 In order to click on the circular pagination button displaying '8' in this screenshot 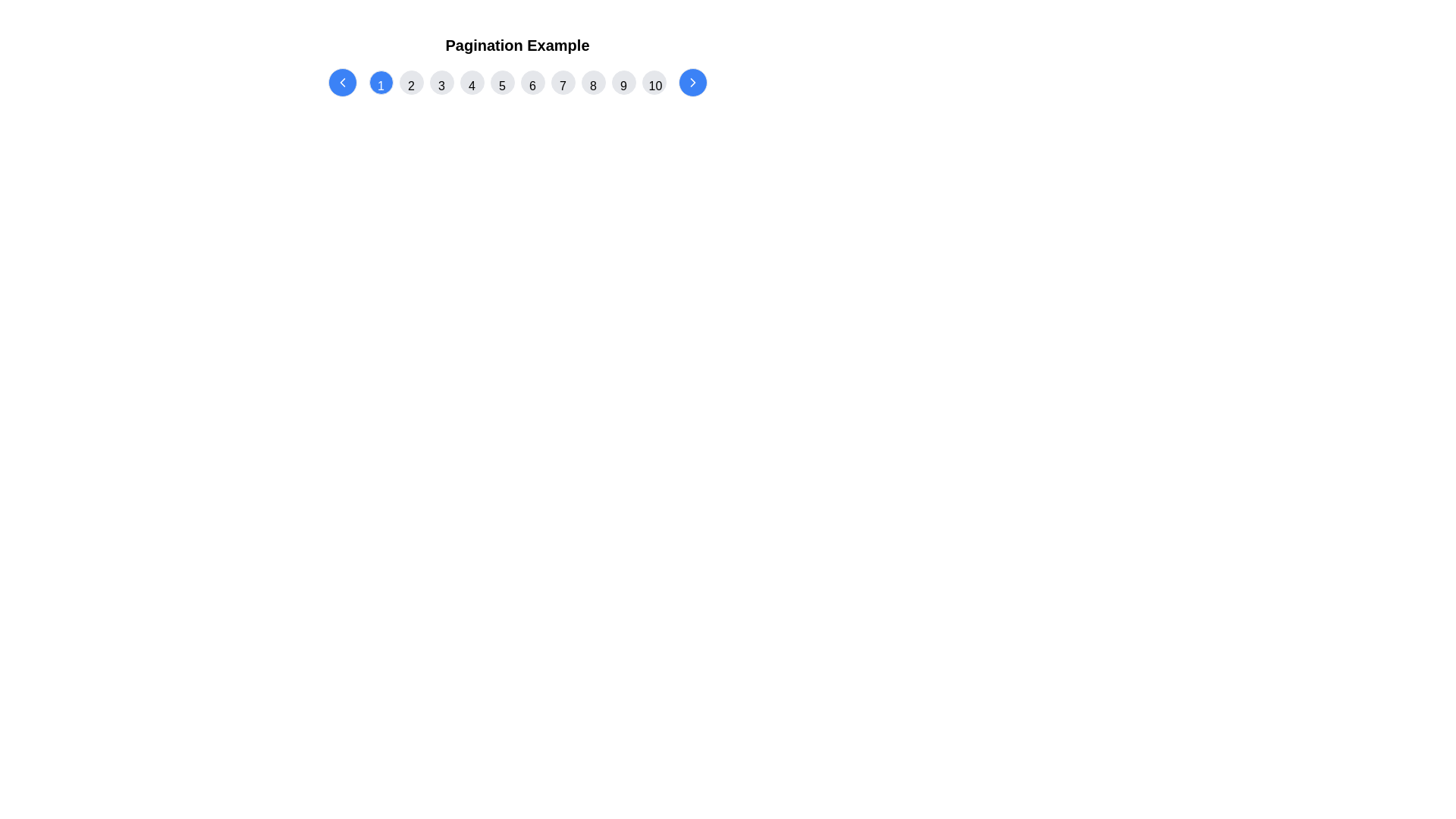, I will do `click(592, 82)`.